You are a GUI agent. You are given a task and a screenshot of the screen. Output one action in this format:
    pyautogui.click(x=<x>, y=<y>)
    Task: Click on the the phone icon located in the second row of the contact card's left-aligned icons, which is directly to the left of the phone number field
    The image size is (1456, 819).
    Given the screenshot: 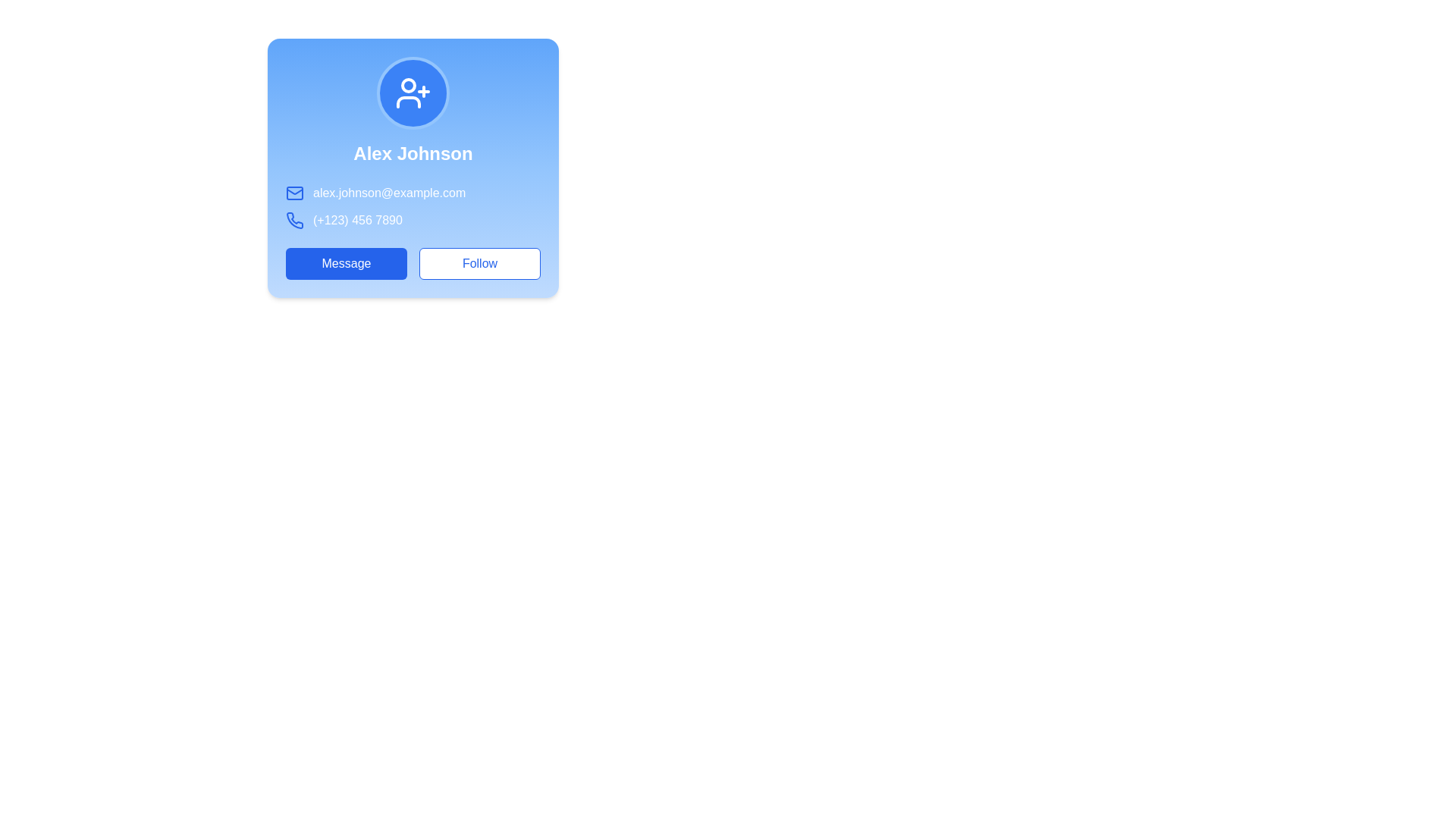 What is the action you would take?
    pyautogui.click(x=294, y=220)
    